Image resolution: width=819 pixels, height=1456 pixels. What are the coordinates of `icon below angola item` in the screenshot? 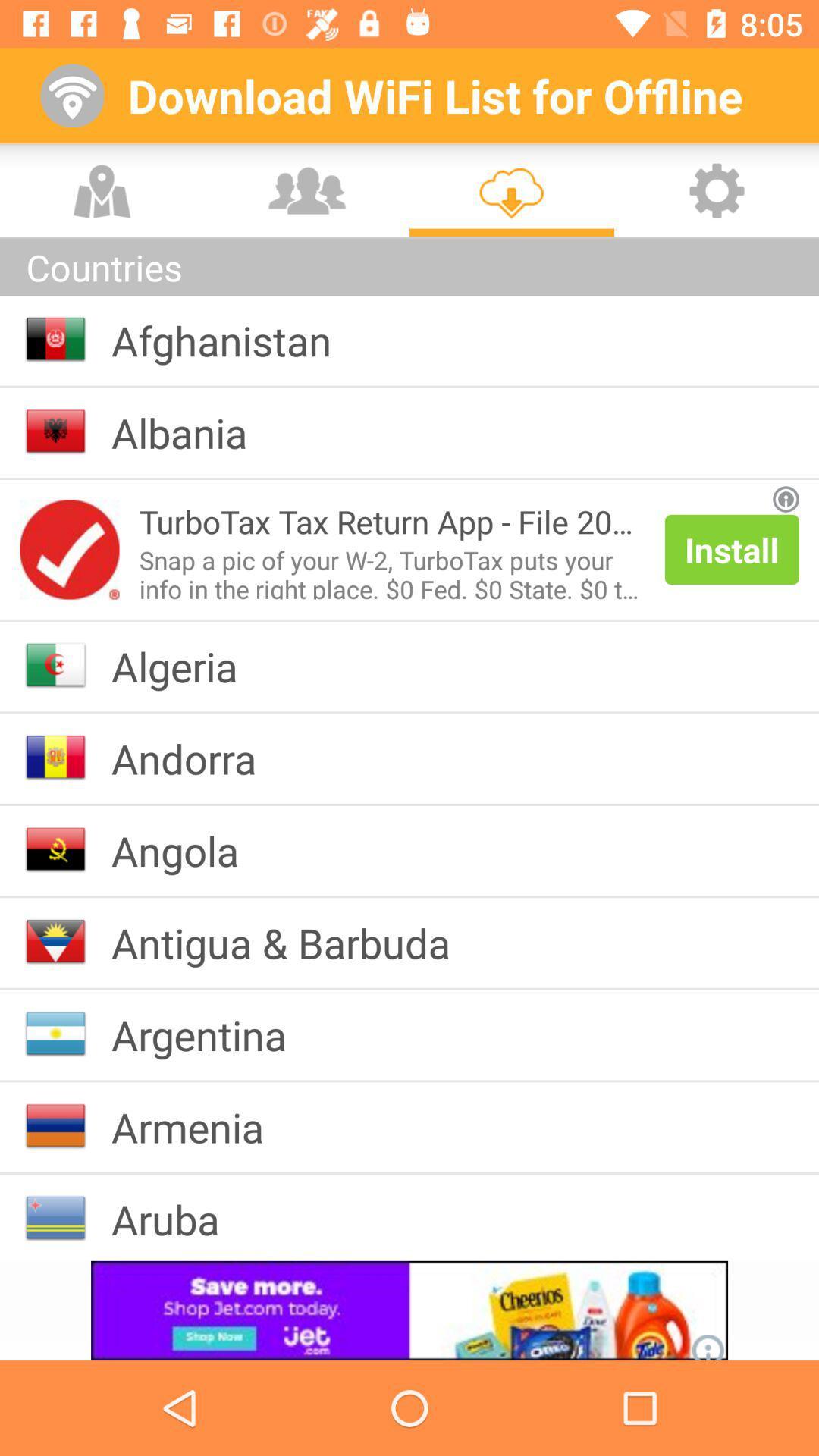 It's located at (293, 942).